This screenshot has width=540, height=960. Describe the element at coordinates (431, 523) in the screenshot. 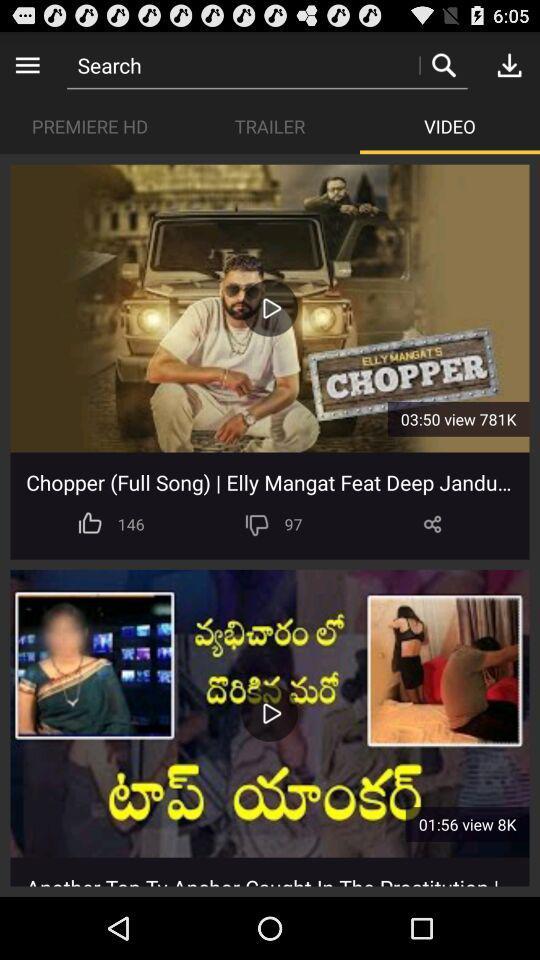

I see `the item to the right of the 97 icon` at that location.